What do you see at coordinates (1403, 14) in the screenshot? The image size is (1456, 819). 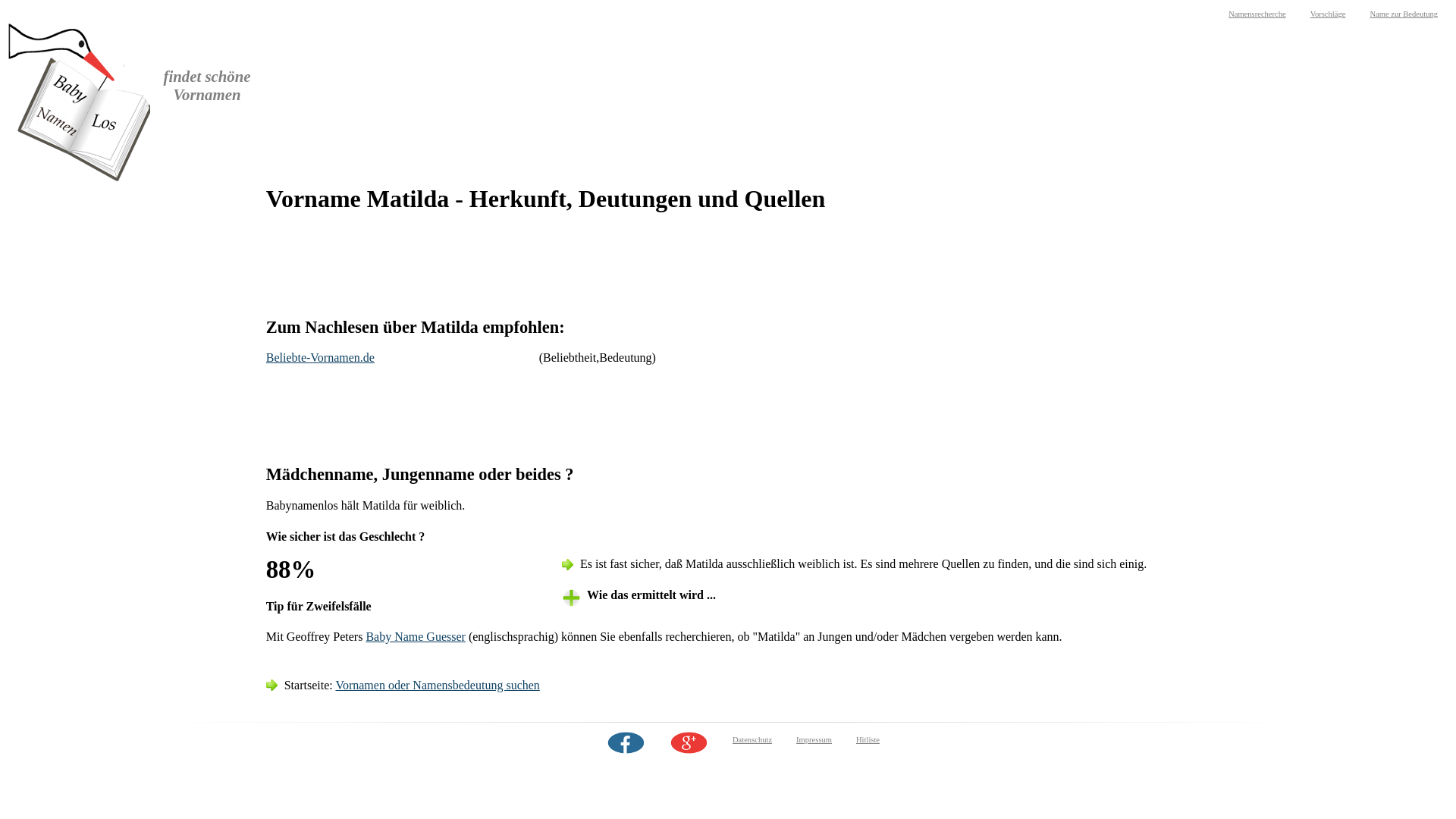 I see `'Name zur Bedeutung'` at bounding box center [1403, 14].